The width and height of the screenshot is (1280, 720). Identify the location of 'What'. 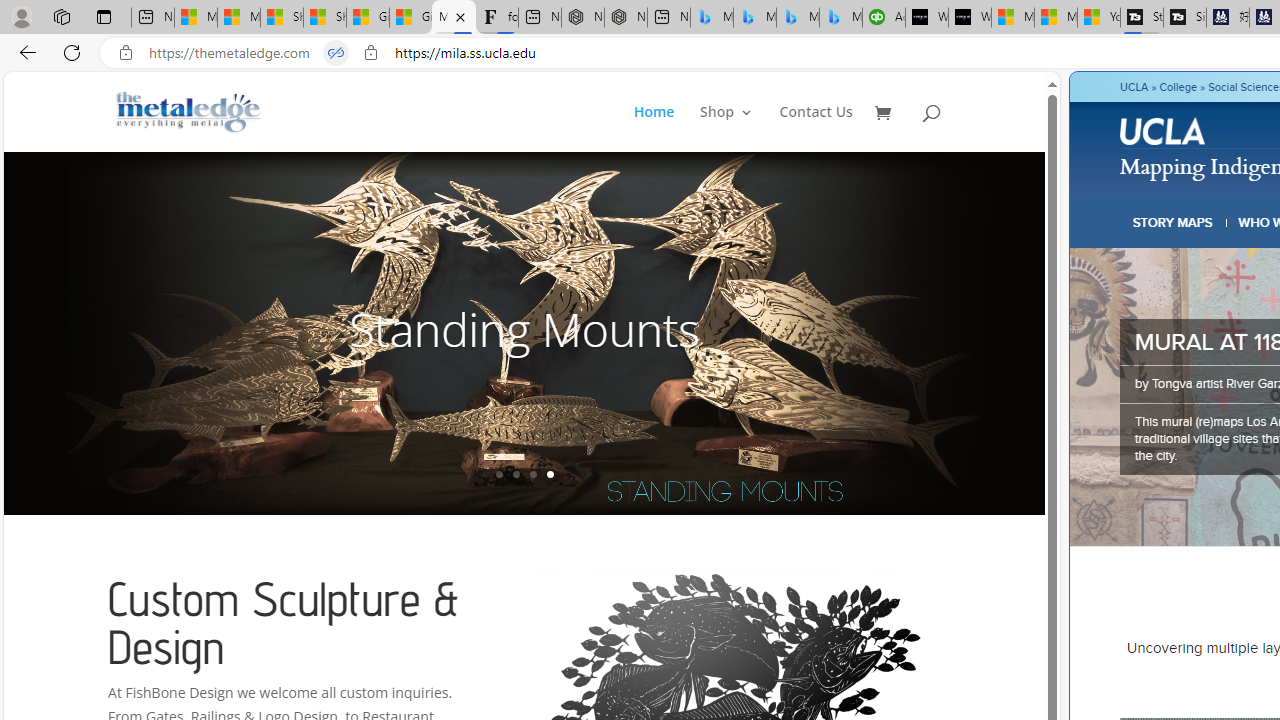
(969, 17).